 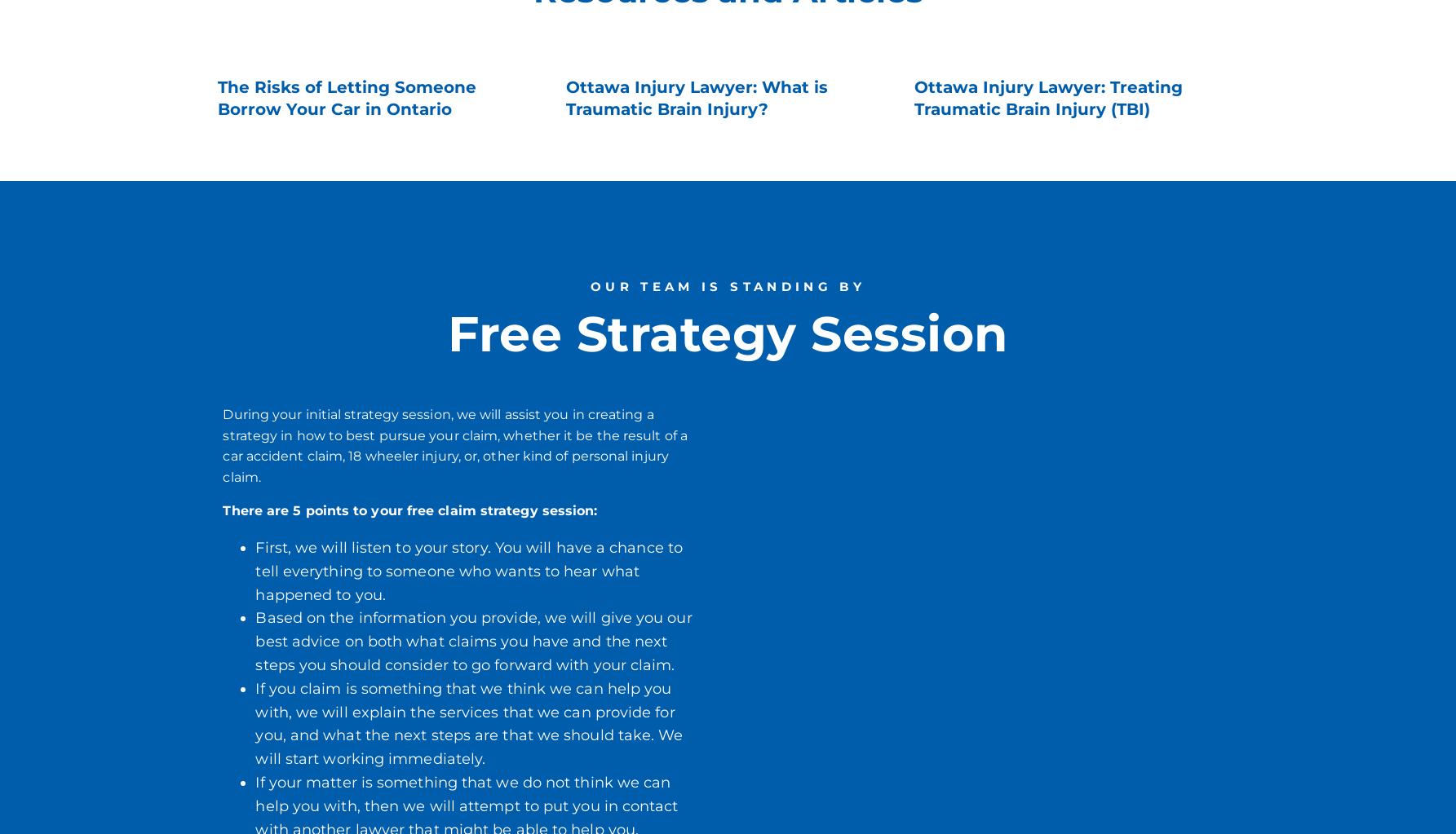 I want to click on 'Based on the information you provide, we will give you our best advice on both what claims you have and the next steps you should consider to go forward with your claim.', so click(x=473, y=640).